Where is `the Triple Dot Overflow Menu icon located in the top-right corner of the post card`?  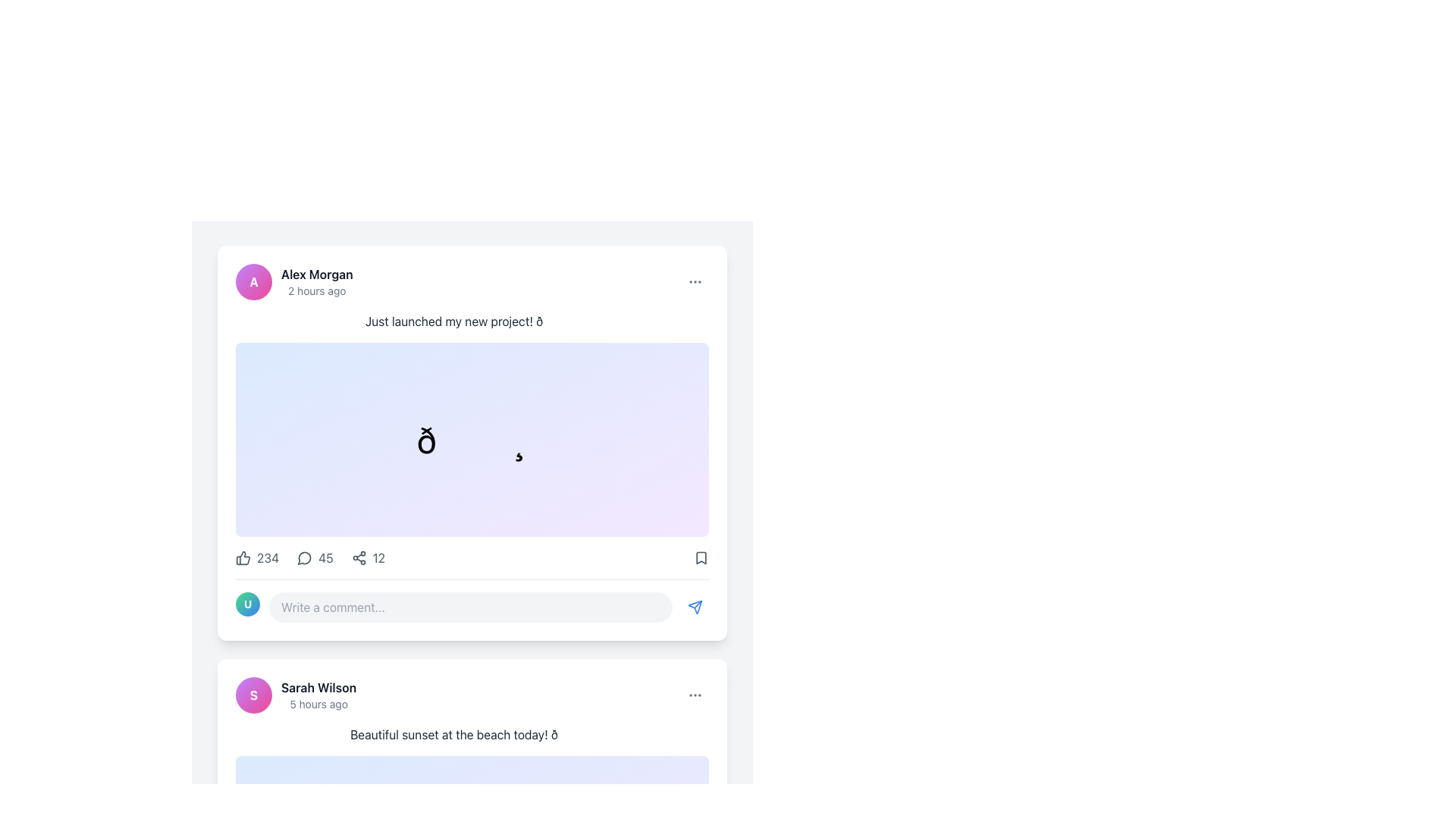 the Triple Dot Overflow Menu icon located in the top-right corner of the post card is located at coordinates (694, 695).